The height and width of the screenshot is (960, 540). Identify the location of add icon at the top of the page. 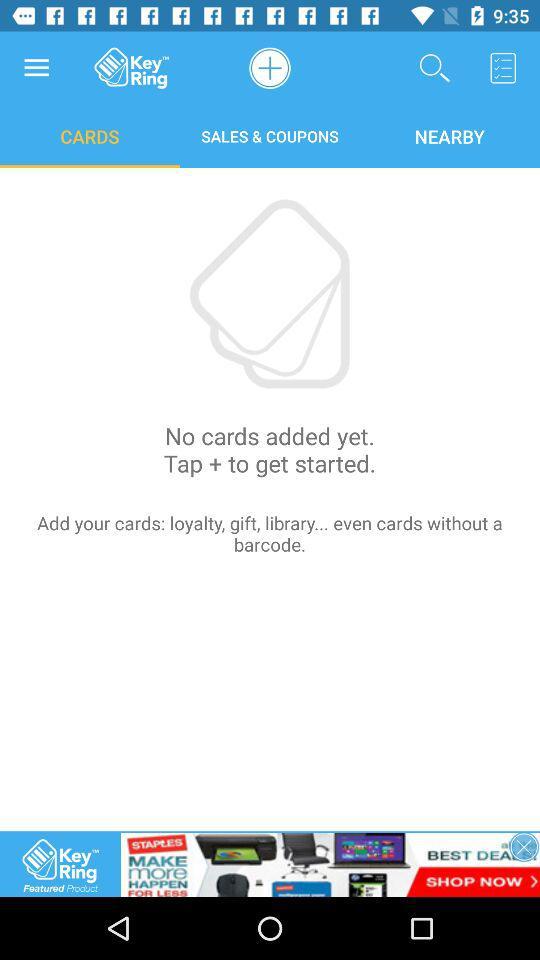
(270, 67).